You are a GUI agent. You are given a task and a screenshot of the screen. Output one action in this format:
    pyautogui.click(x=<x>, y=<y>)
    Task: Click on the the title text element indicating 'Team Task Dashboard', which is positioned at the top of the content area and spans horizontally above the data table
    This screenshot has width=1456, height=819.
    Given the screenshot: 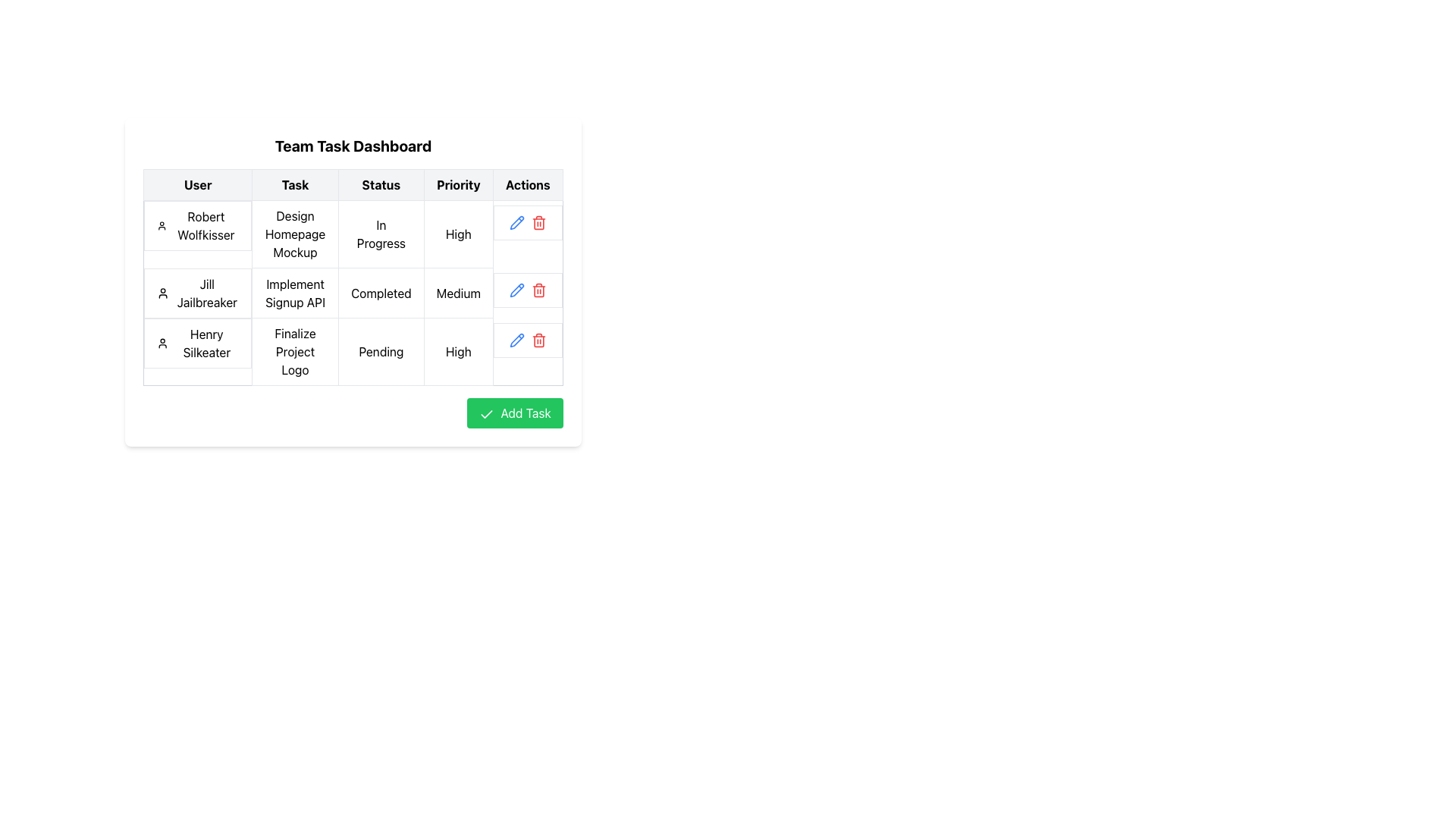 What is the action you would take?
    pyautogui.click(x=352, y=146)
    